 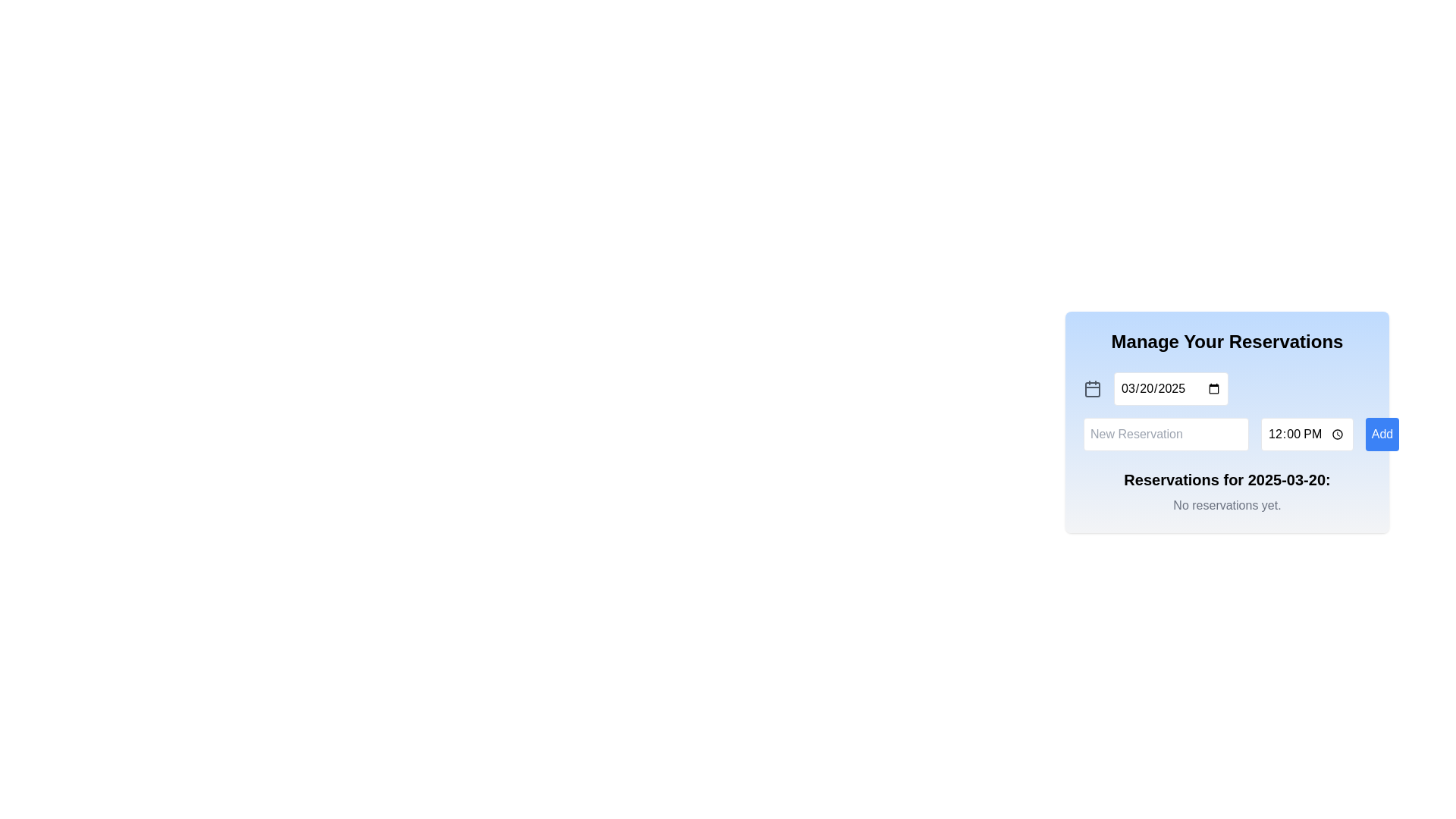 I want to click on the Time input field located between the 'New Reservation' text input and the blue 'Add' button, so click(x=1306, y=435).